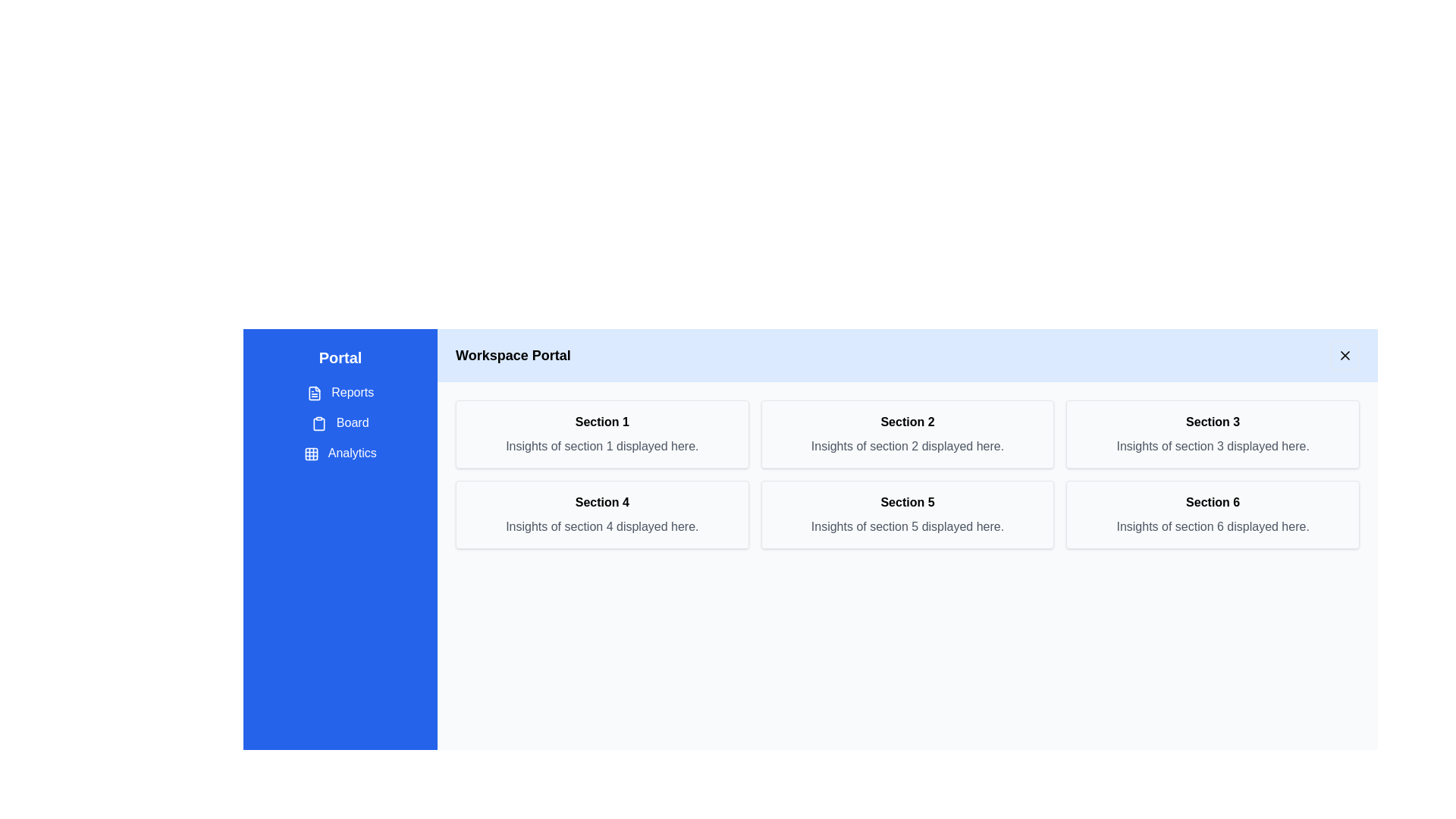 Image resolution: width=1456 pixels, height=819 pixels. I want to click on the rectangular document file icon located in the sidebar next to the 'Reports' text, so click(313, 392).